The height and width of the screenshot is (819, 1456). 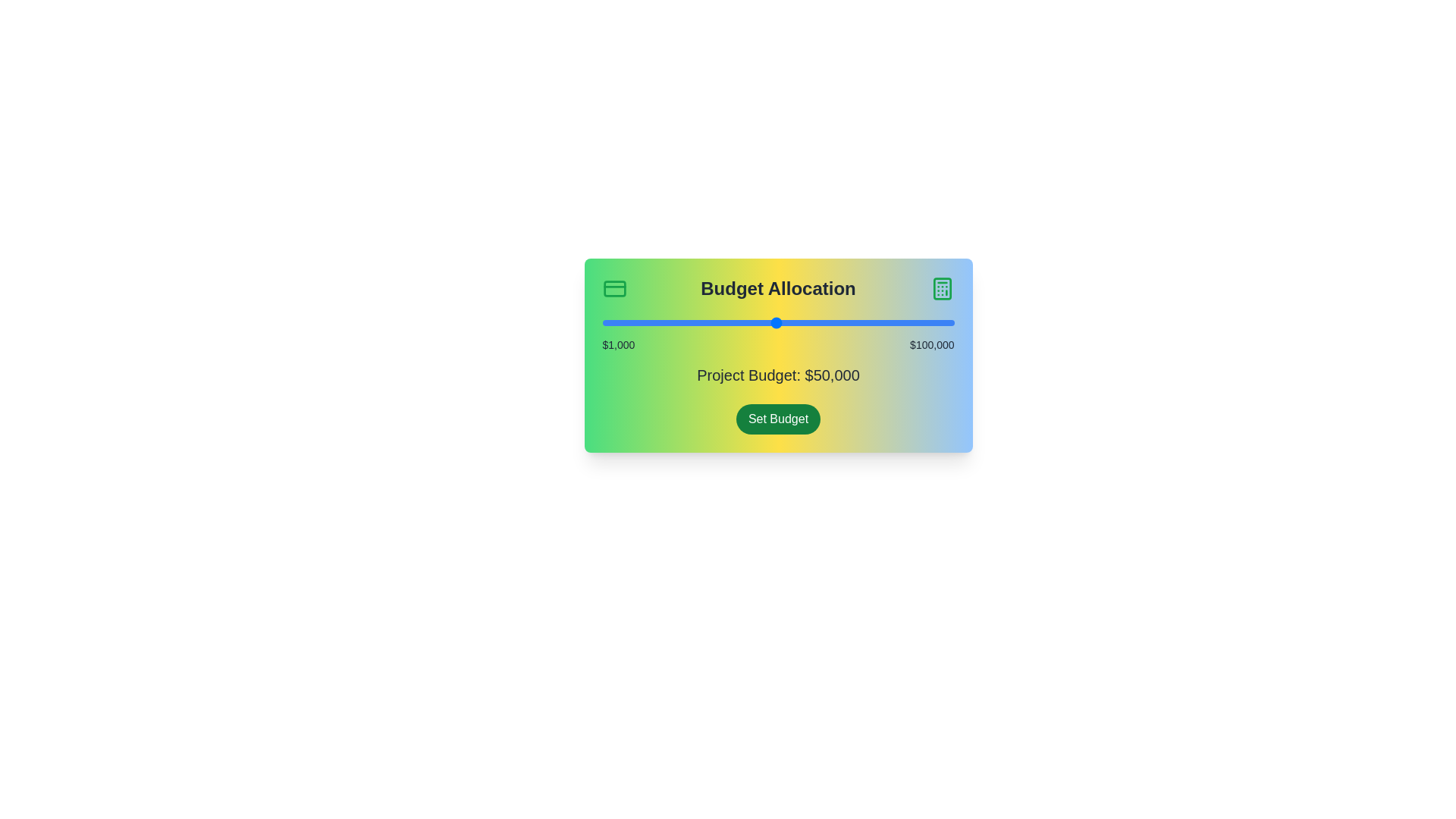 What do you see at coordinates (899, 322) in the screenshot?
I see `the slider to set the budget to 84721` at bounding box center [899, 322].